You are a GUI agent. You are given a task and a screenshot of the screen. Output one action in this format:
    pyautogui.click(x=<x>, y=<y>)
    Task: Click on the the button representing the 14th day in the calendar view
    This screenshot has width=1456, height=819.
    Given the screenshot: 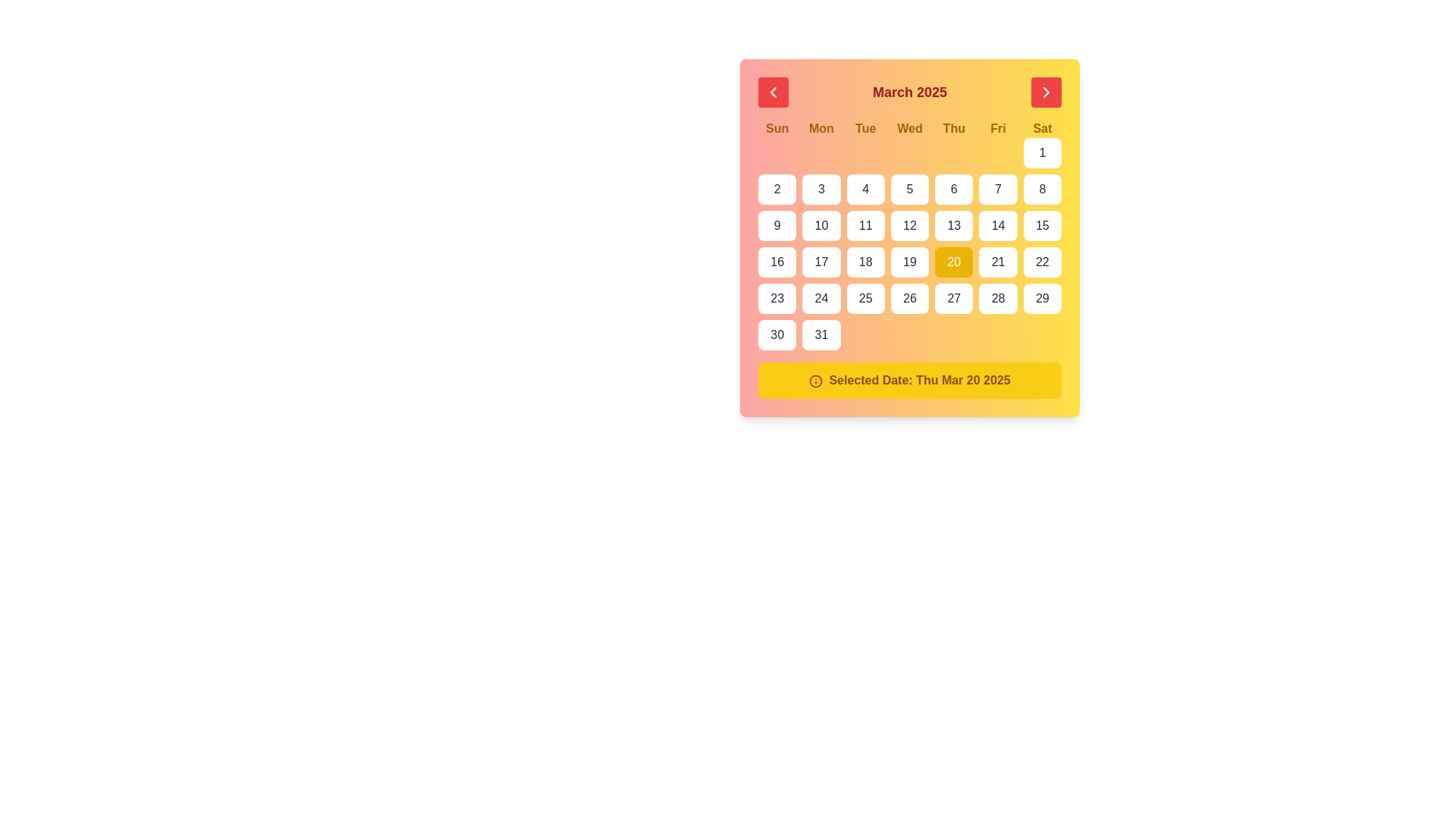 What is the action you would take?
    pyautogui.click(x=998, y=225)
    